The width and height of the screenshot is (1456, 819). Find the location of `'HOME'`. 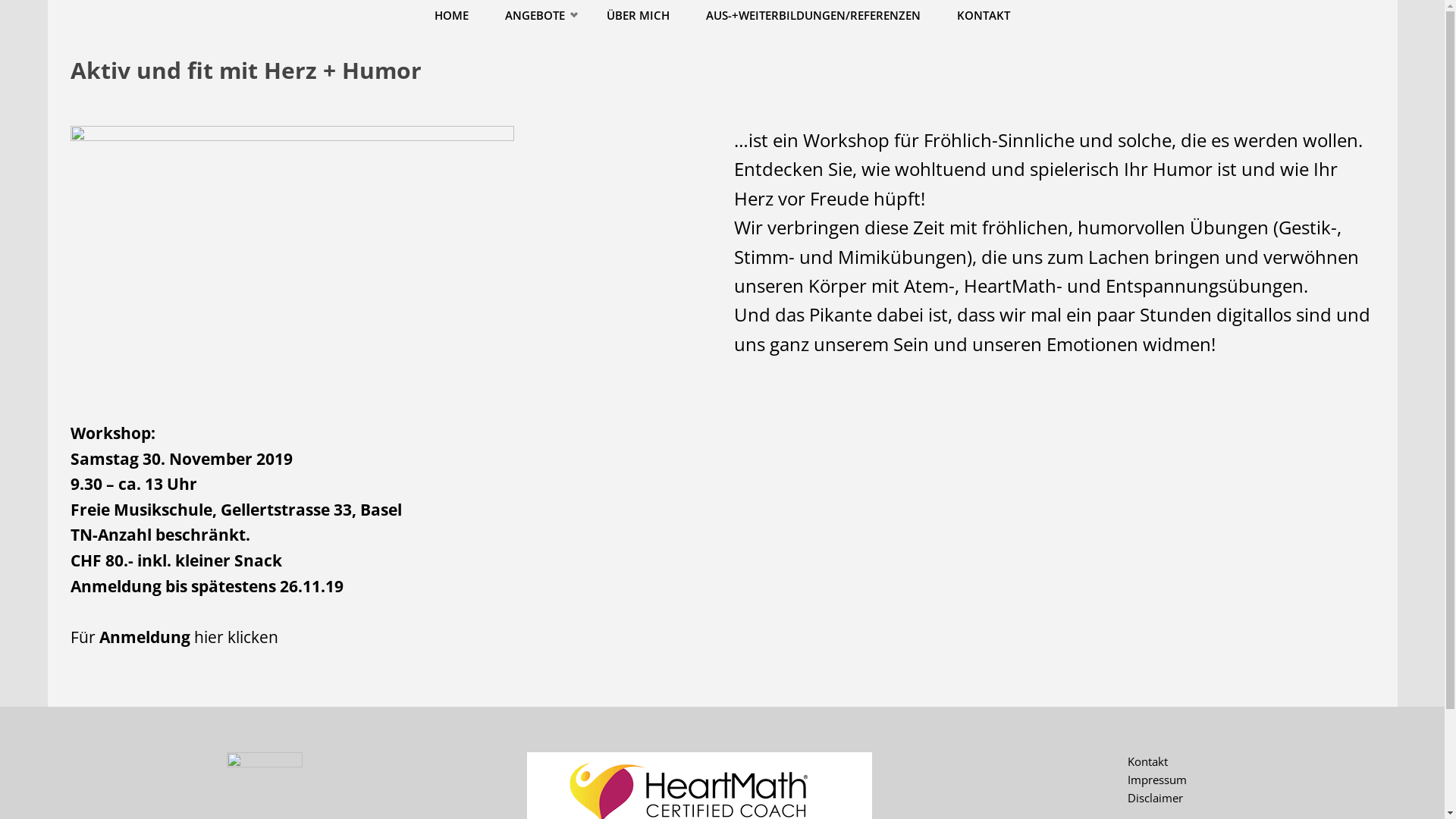

'HOME' is located at coordinates (450, 14).